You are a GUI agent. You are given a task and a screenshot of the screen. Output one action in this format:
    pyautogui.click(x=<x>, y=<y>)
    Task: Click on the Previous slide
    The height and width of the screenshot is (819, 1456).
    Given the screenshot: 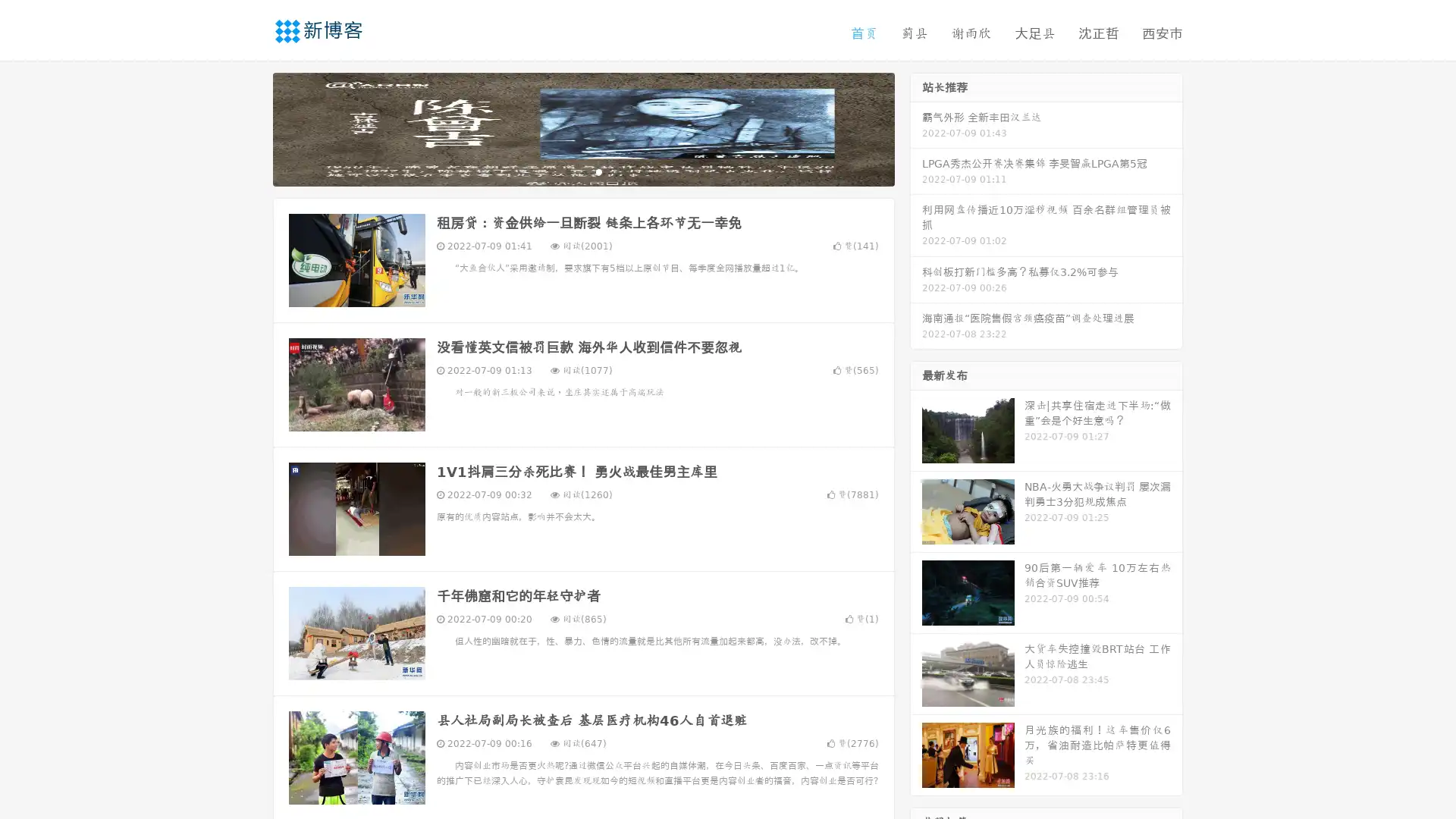 What is the action you would take?
    pyautogui.click(x=250, y=127)
    